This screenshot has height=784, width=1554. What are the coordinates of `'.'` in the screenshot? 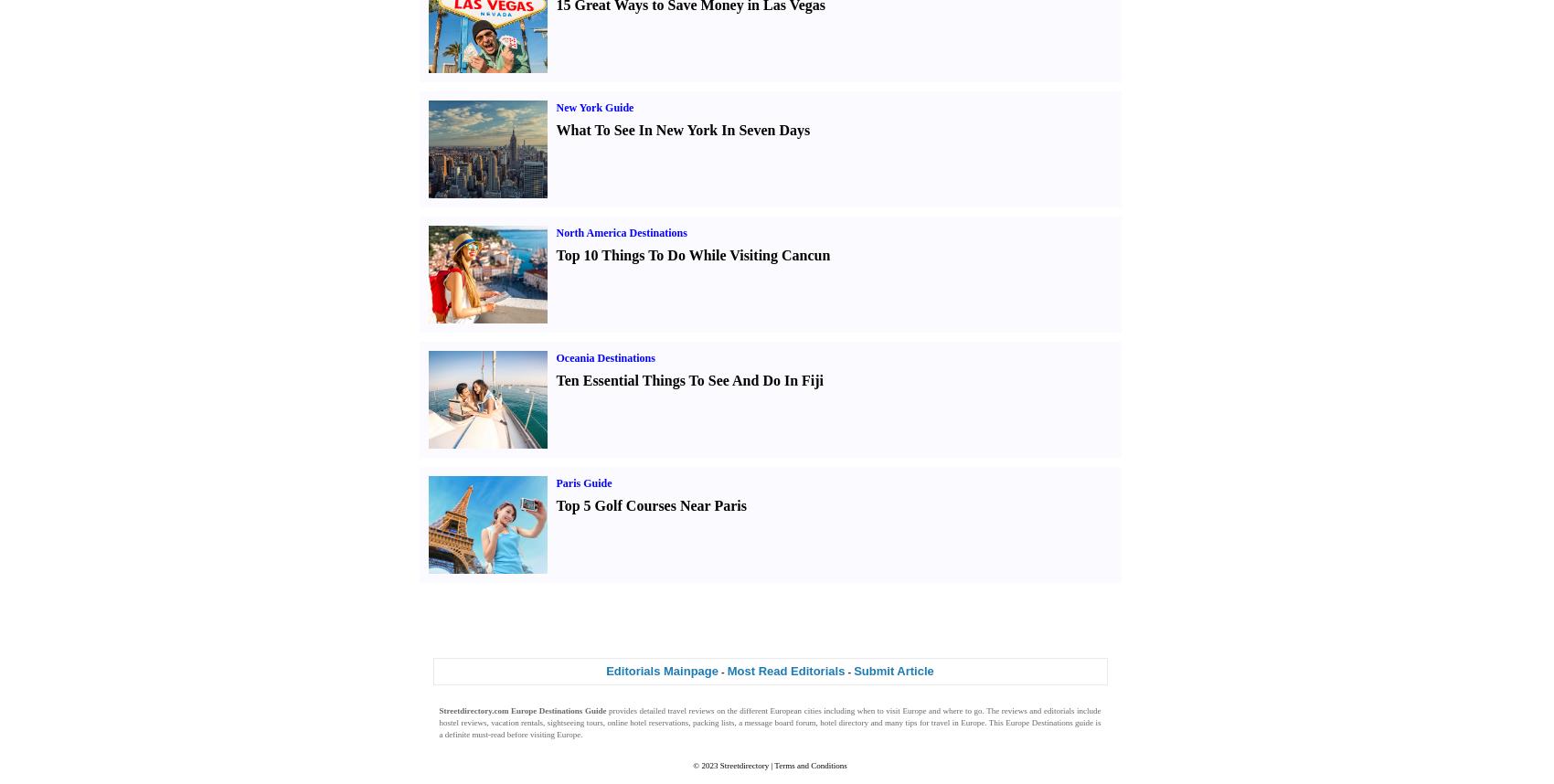 It's located at (580, 734).